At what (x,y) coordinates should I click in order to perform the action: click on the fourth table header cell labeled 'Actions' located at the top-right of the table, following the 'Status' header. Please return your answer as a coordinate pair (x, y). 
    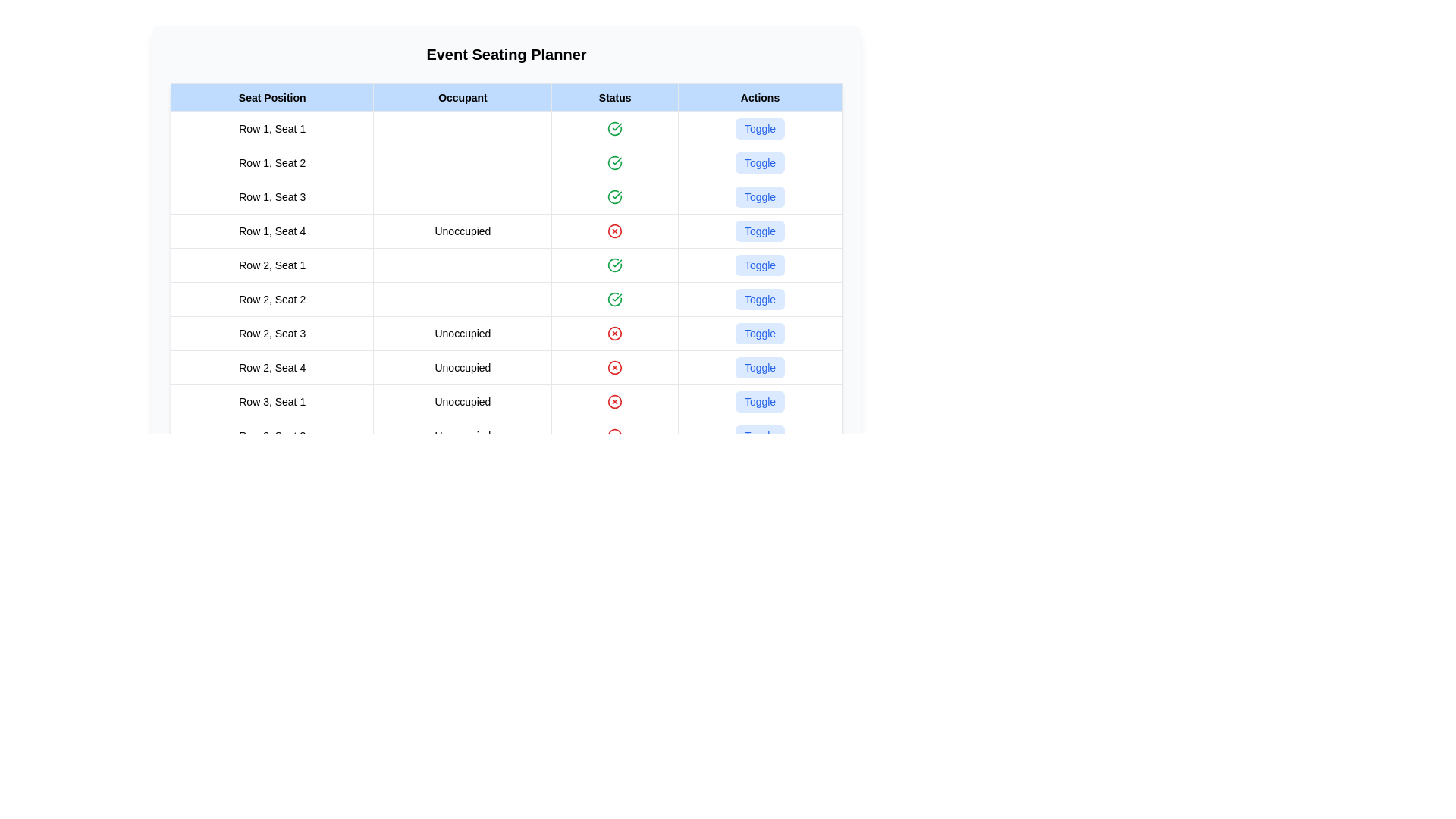
    Looking at the image, I should click on (760, 97).